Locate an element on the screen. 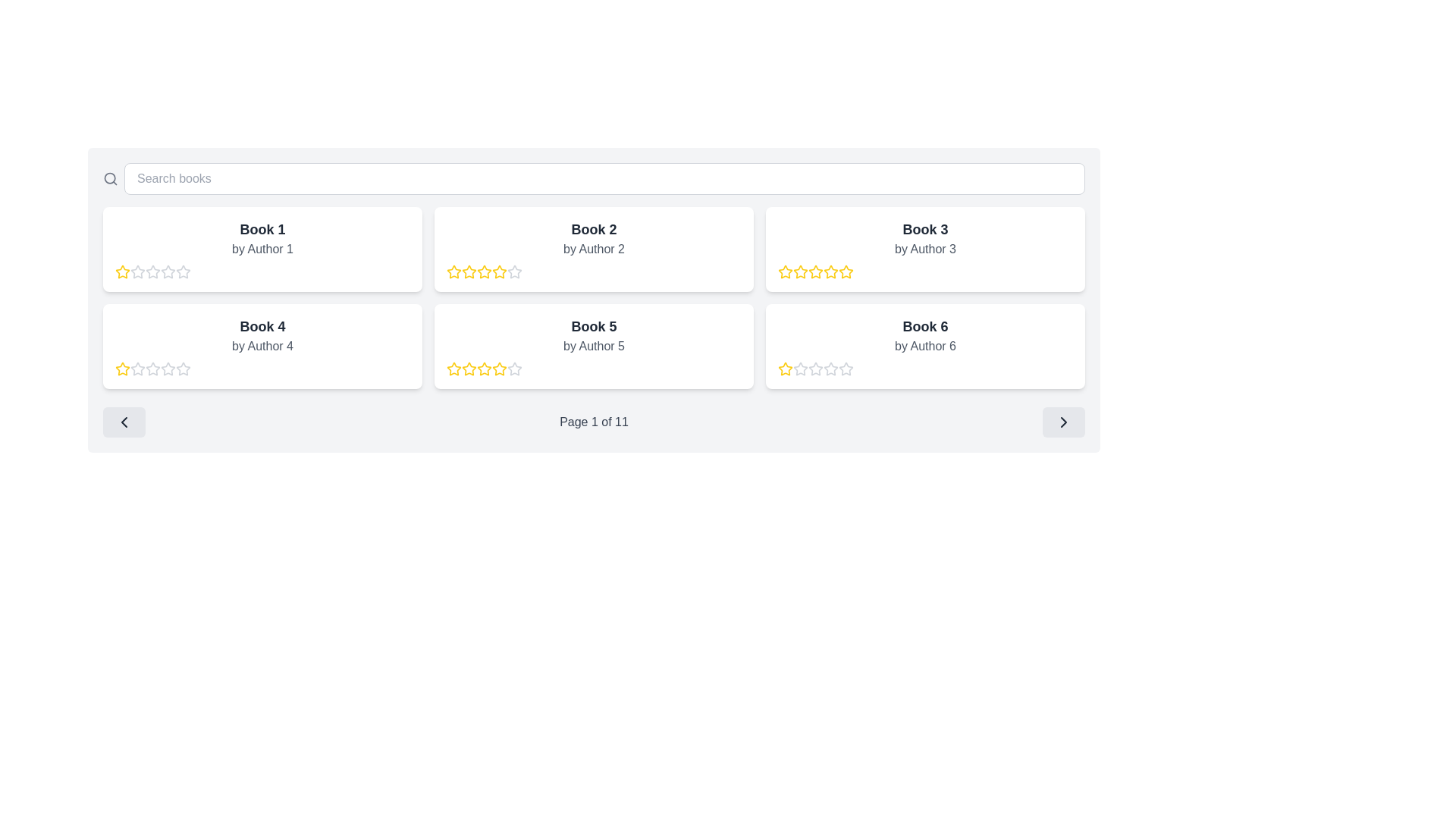 Image resolution: width=1456 pixels, height=819 pixels. the third star icon in the five-star rating system for the book 'Book 5' by 'Author 5' is located at coordinates (483, 369).